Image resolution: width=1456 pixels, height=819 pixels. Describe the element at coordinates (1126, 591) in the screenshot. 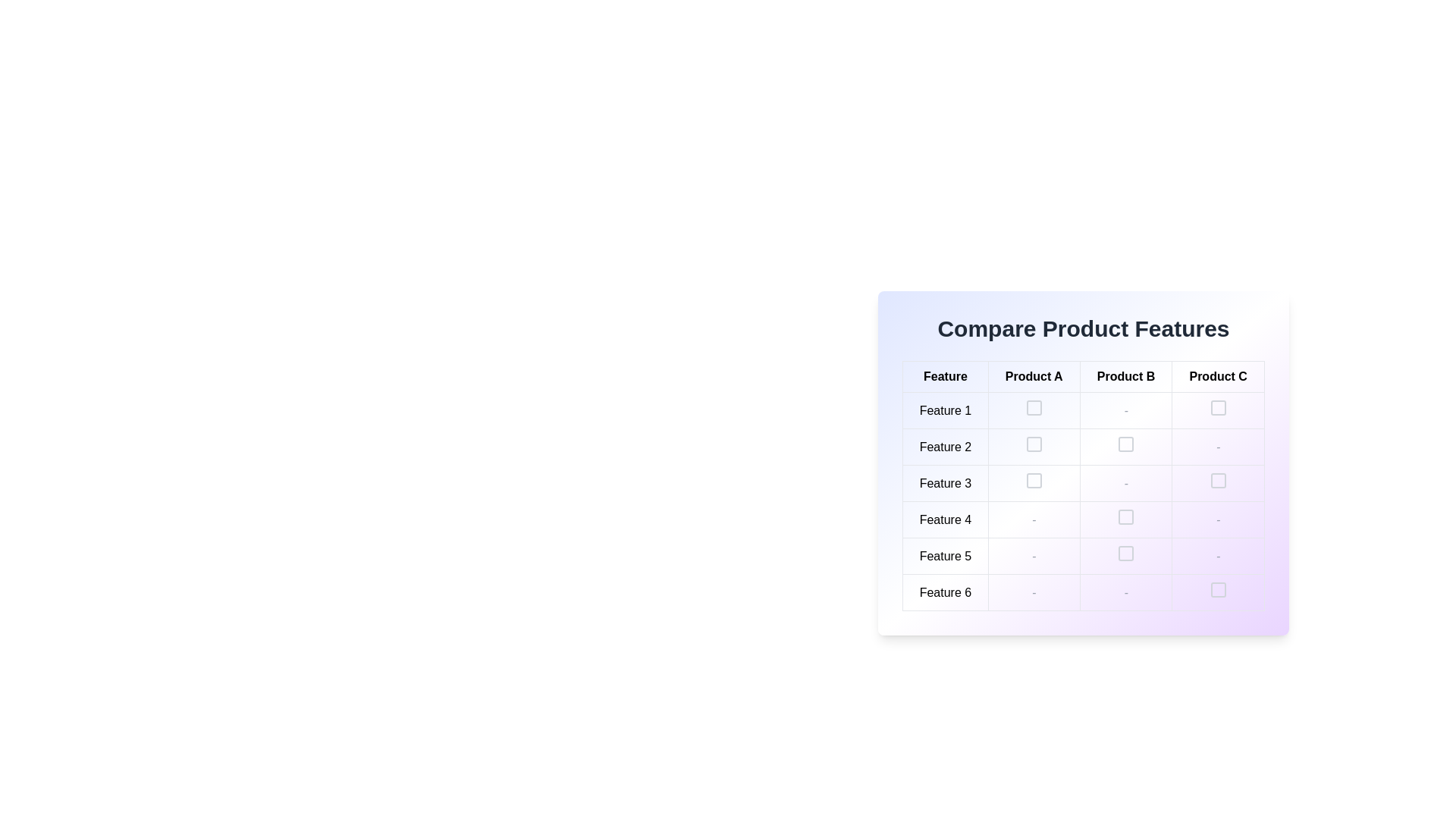

I see `the table cell containing a dash symbol, styled with gray color and centered italic font, located in the sixth row under the 'Product B' column of the 'Compare Product Features' table` at that location.